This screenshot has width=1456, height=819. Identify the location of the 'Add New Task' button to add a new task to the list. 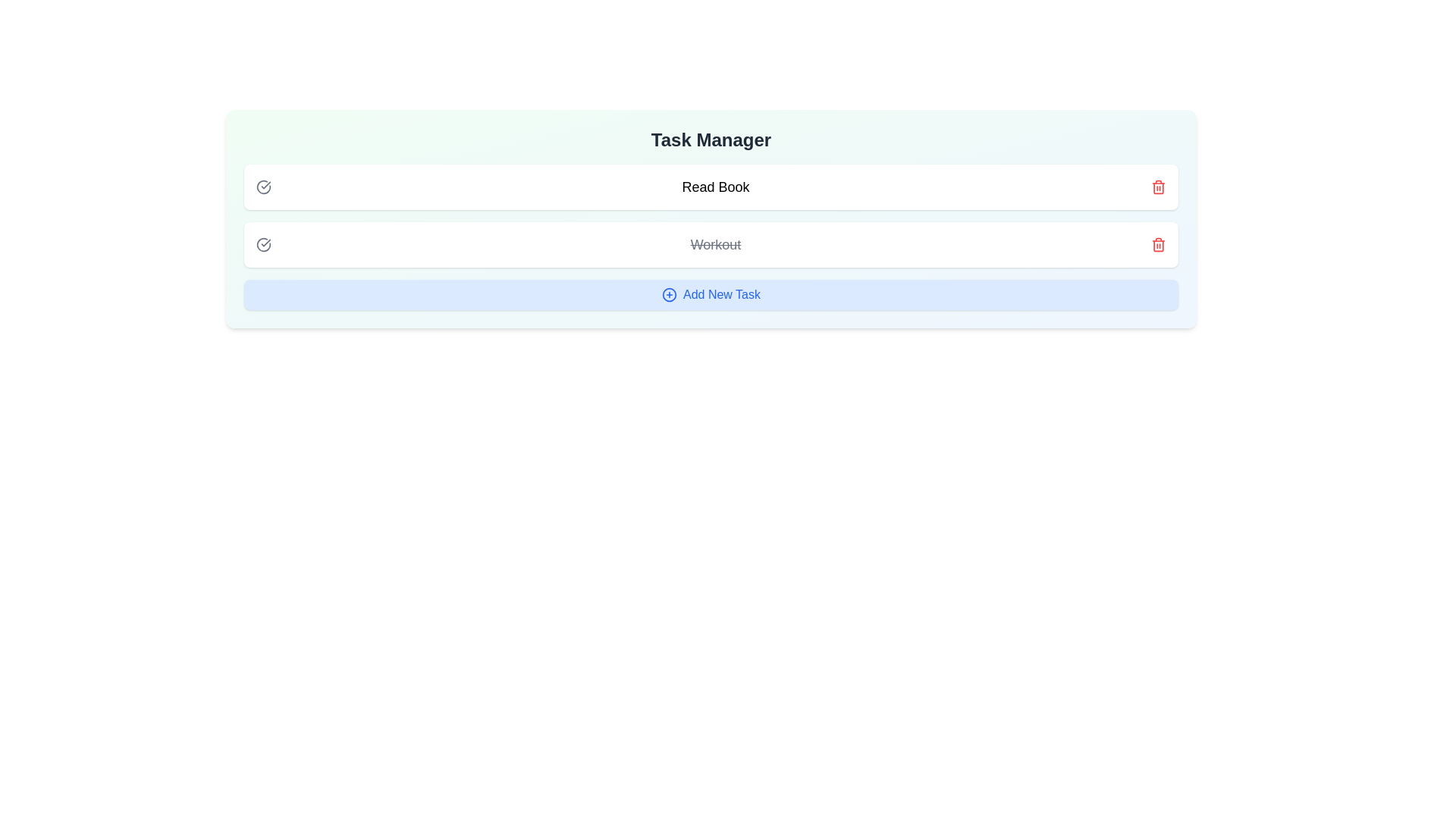
(710, 295).